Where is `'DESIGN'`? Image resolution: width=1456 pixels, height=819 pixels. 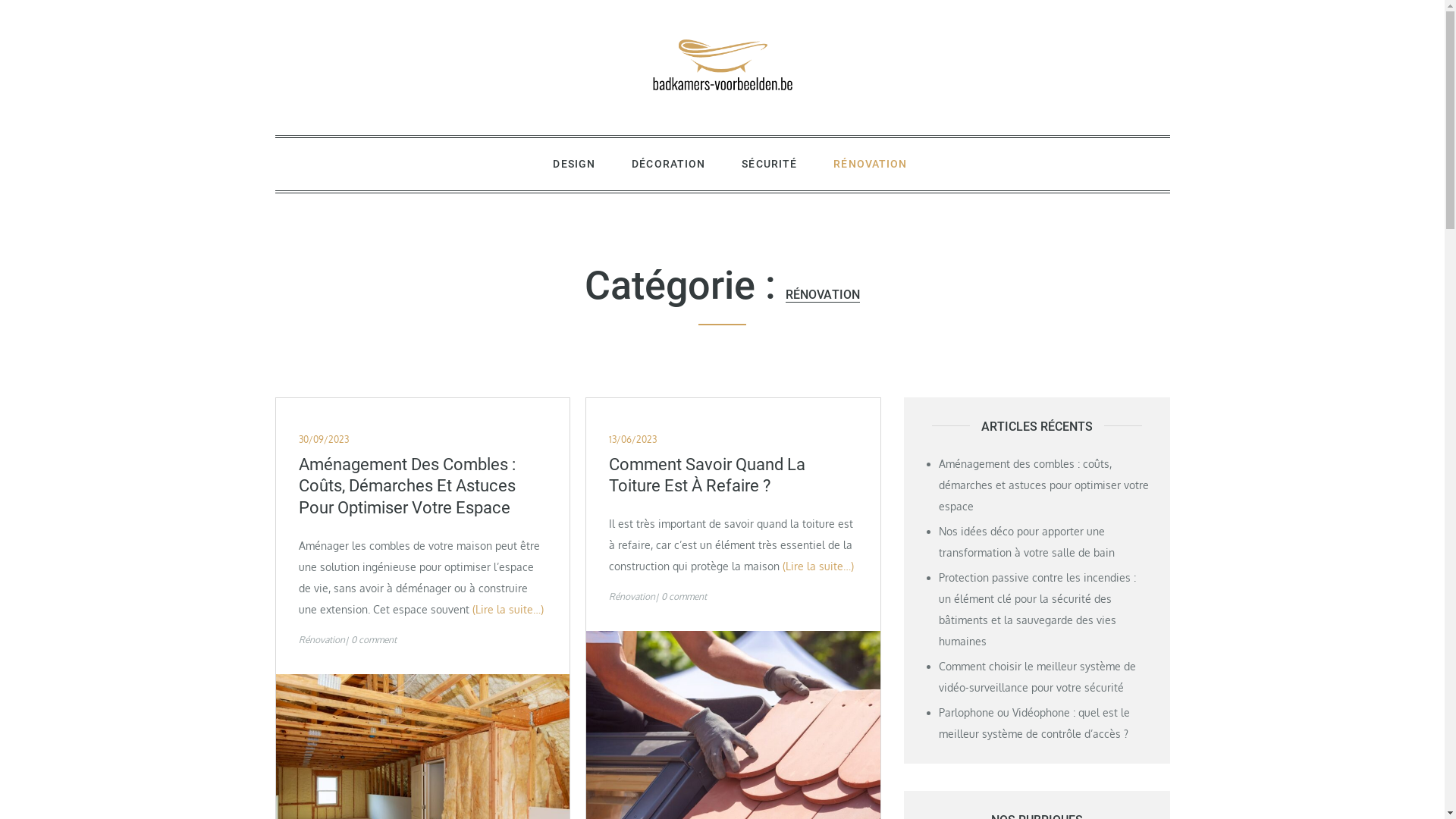 'DESIGN' is located at coordinates (573, 164).